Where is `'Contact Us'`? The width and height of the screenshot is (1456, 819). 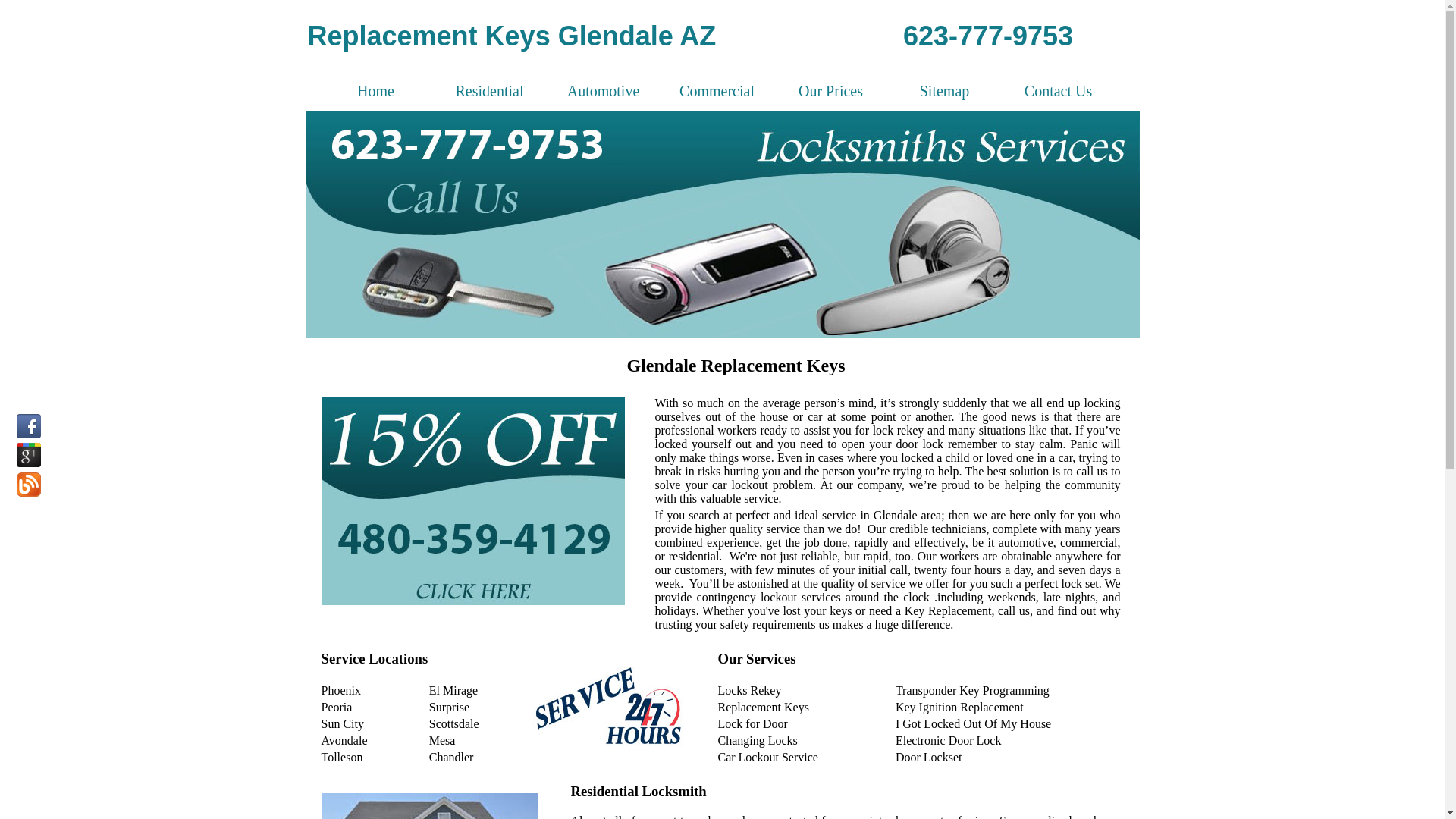 'Contact Us' is located at coordinates (1058, 91).